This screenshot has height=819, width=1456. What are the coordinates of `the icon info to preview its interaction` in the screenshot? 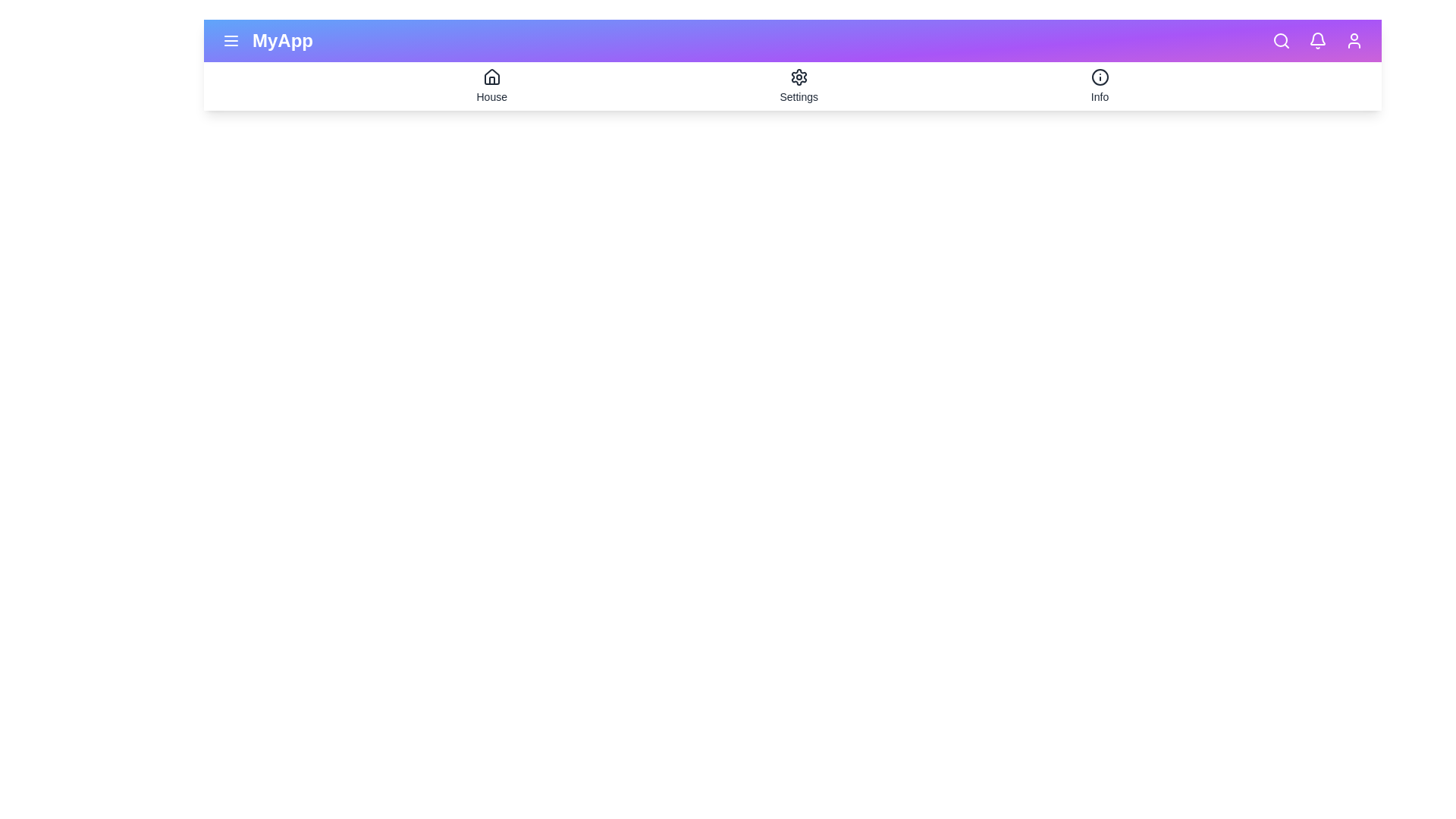 It's located at (1099, 77).